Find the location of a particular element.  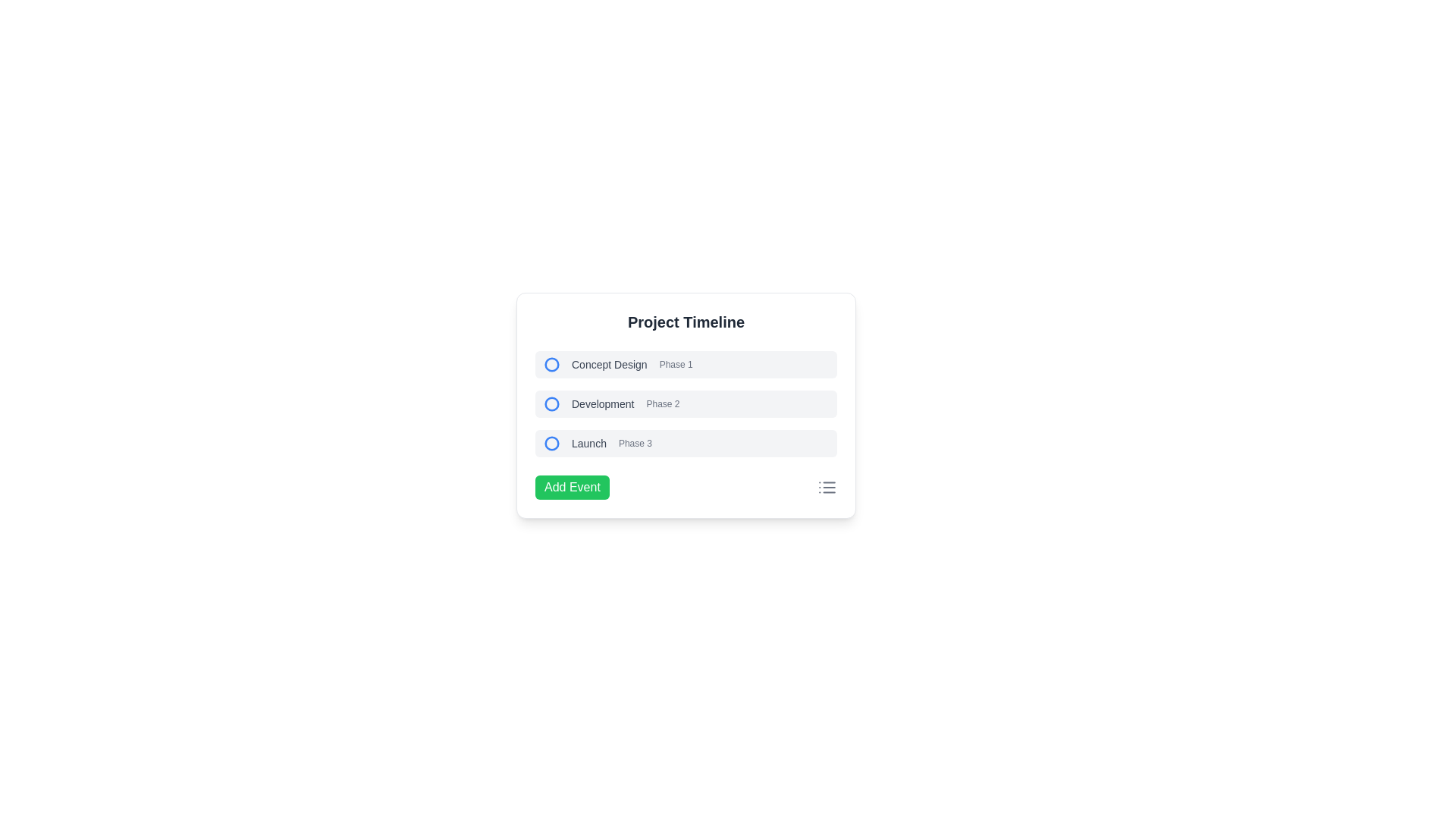

the circular visual indicator associated with the 'Development Phase 2' item in the 'Project Timeline' list is located at coordinates (551, 403).